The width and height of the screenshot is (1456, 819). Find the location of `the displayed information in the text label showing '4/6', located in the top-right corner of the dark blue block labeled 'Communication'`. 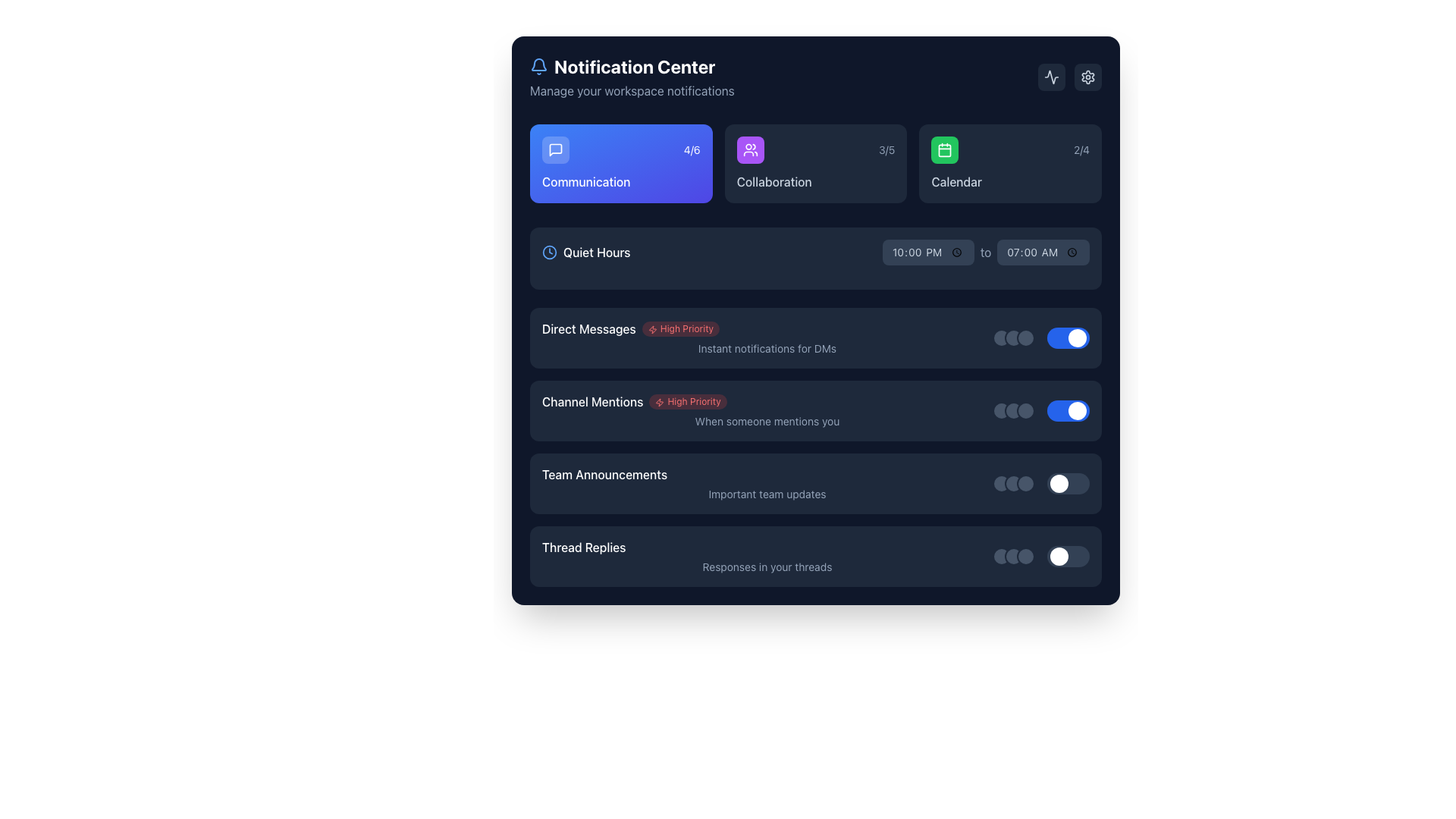

the displayed information in the text label showing '4/6', located in the top-right corner of the dark blue block labeled 'Communication' is located at coordinates (691, 149).